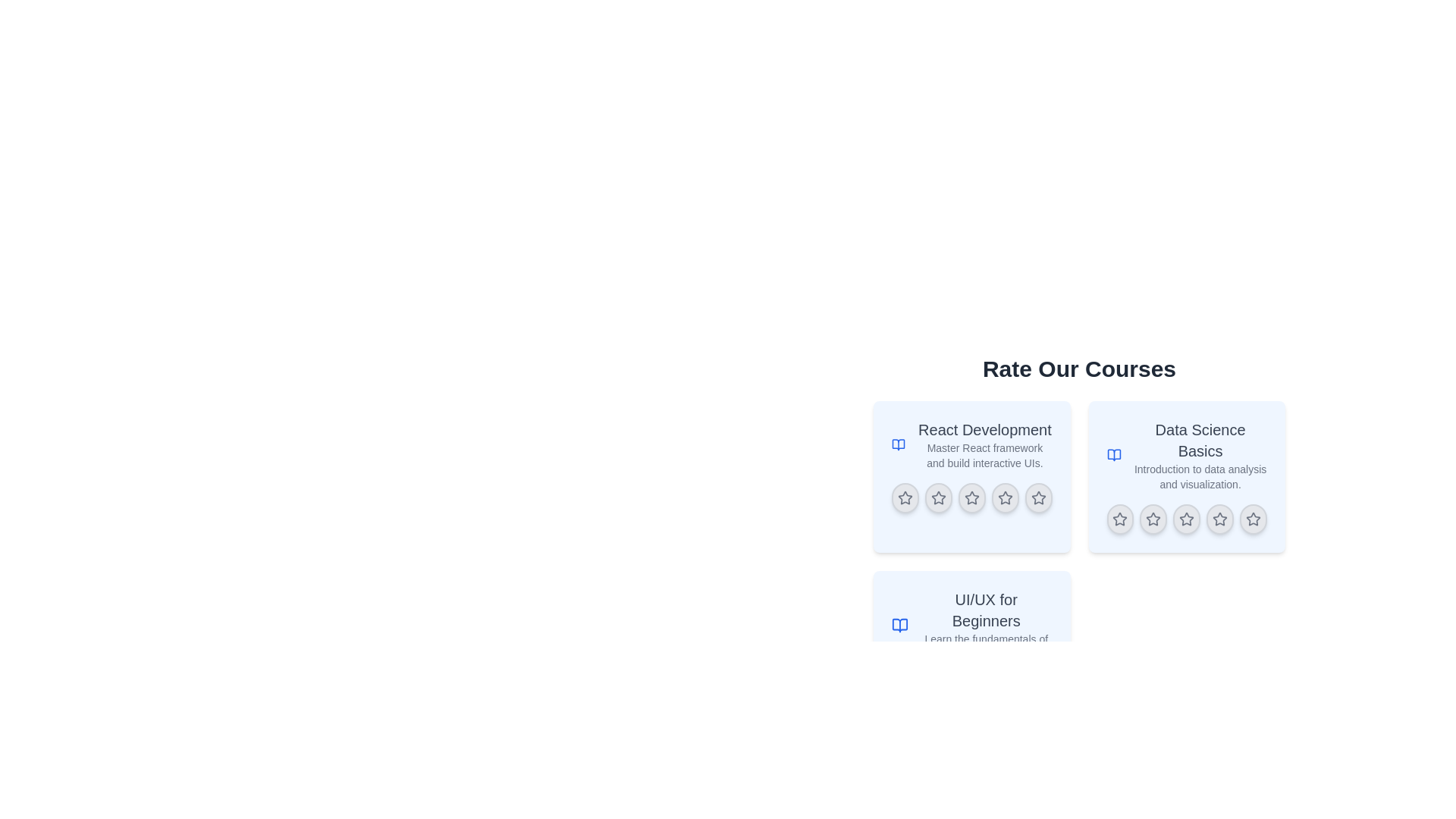  What do you see at coordinates (1153, 518) in the screenshot?
I see `the fourth star icon` at bounding box center [1153, 518].